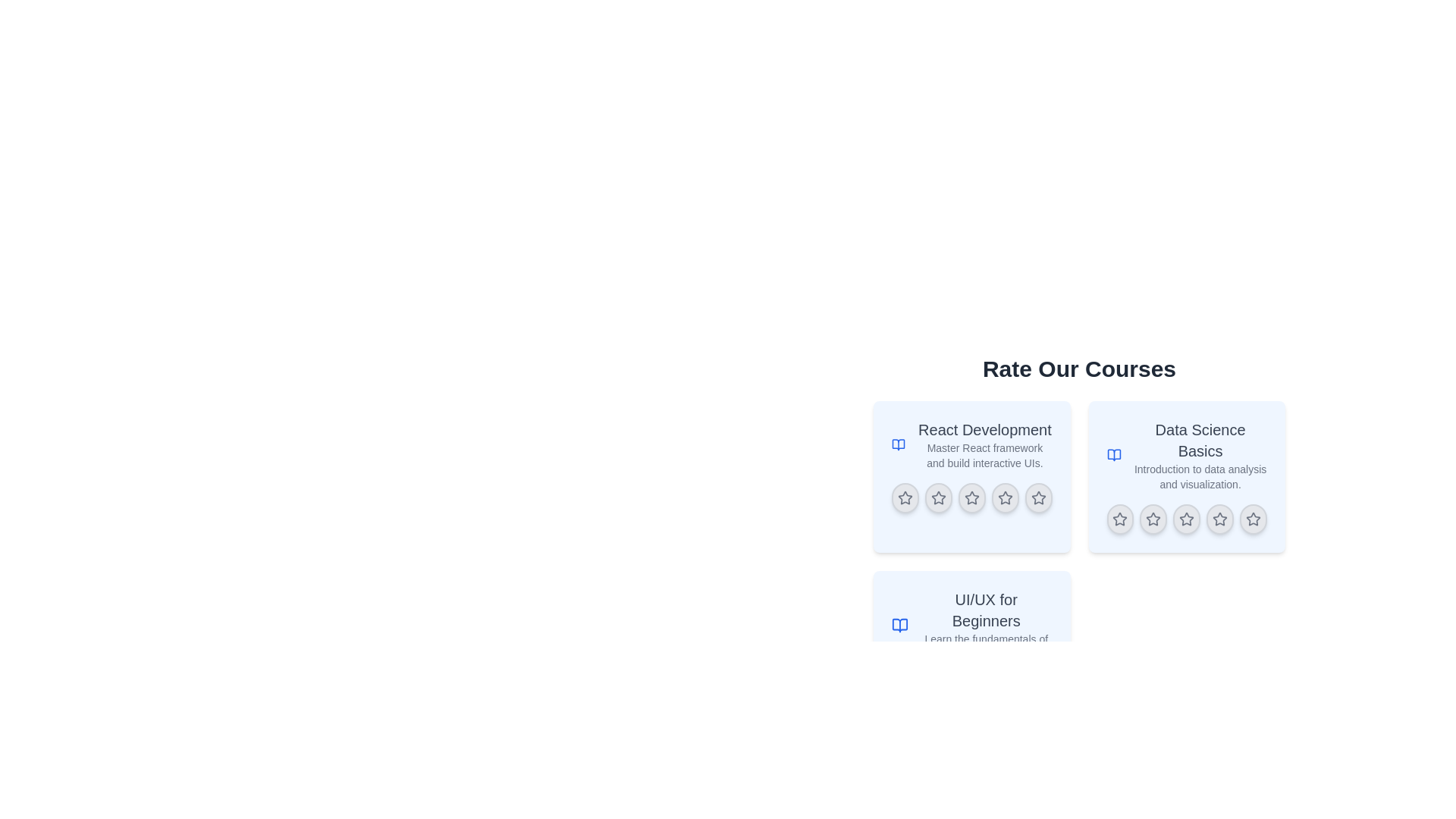  What do you see at coordinates (1153, 518) in the screenshot?
I see `the fourth star icon` at bounding box center [1153, 518].